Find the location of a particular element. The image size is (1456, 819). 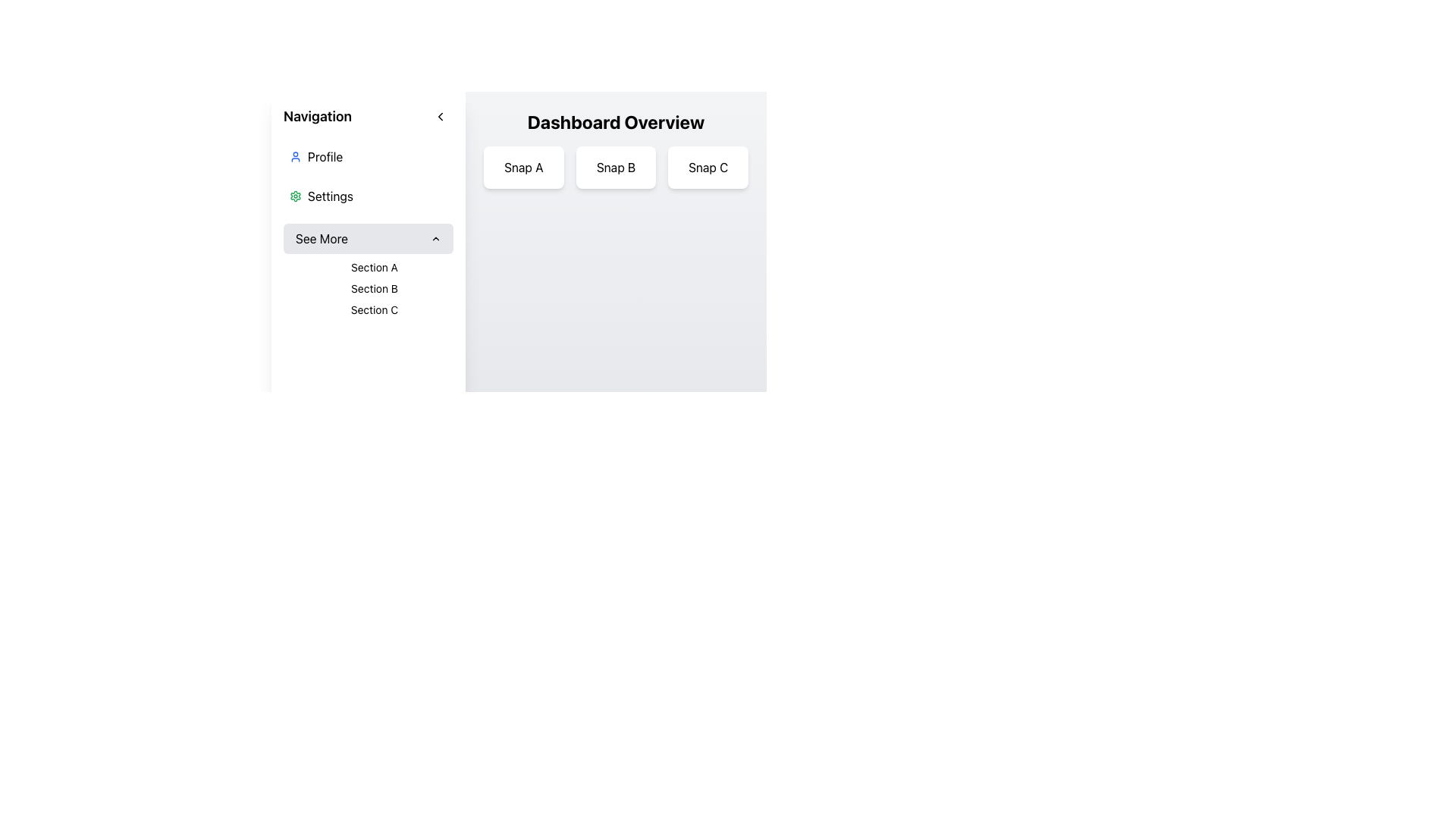

the Text Label that represents the selectable section for 'Section A' in the left navigation panel, located beneath the 'See More' collapsible is located at coordinates (375, 267).